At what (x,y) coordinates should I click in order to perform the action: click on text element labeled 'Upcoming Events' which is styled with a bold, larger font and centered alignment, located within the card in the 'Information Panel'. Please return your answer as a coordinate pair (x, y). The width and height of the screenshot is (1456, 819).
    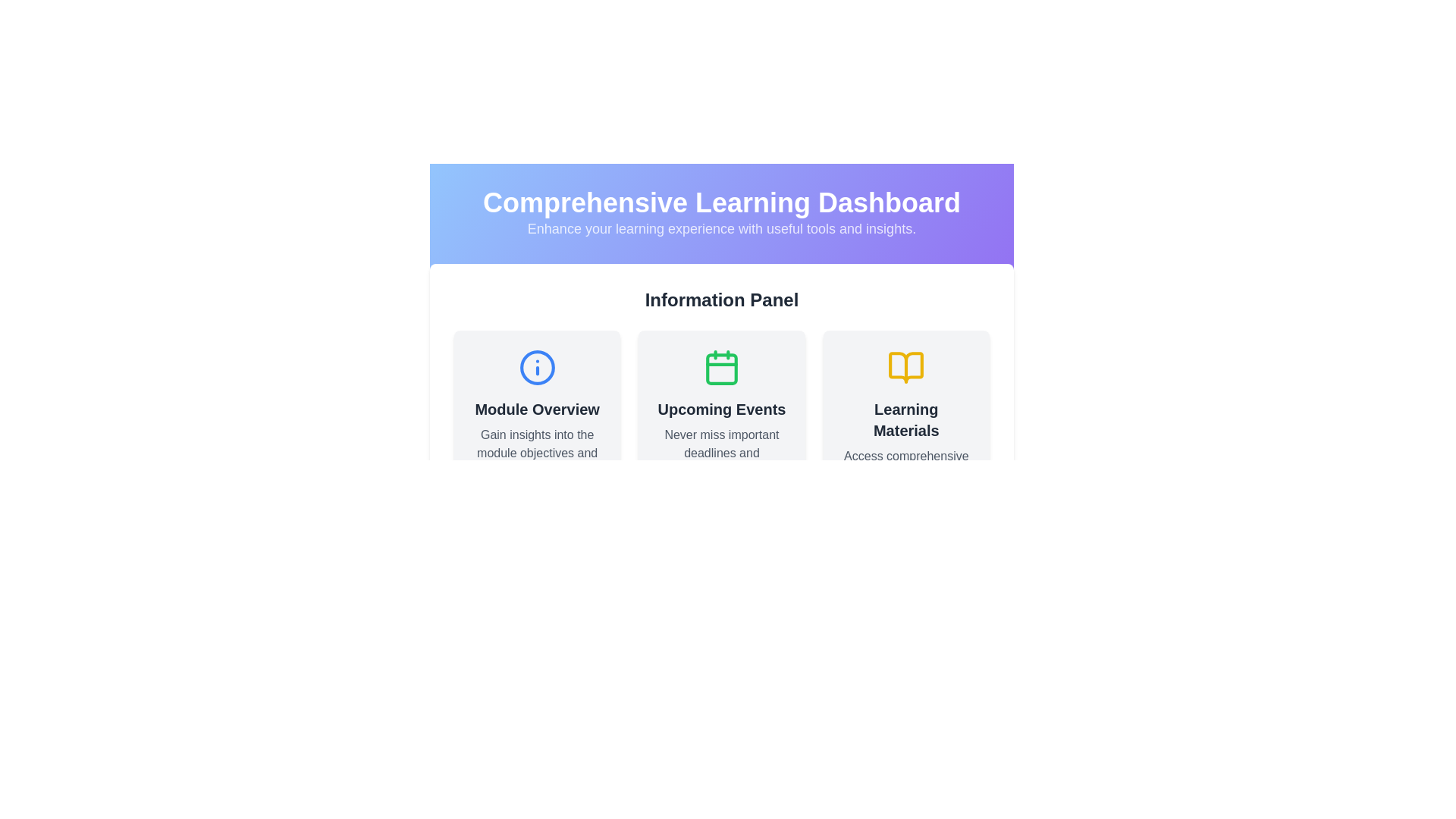
    Looking at the image, I should click on (720, 409).